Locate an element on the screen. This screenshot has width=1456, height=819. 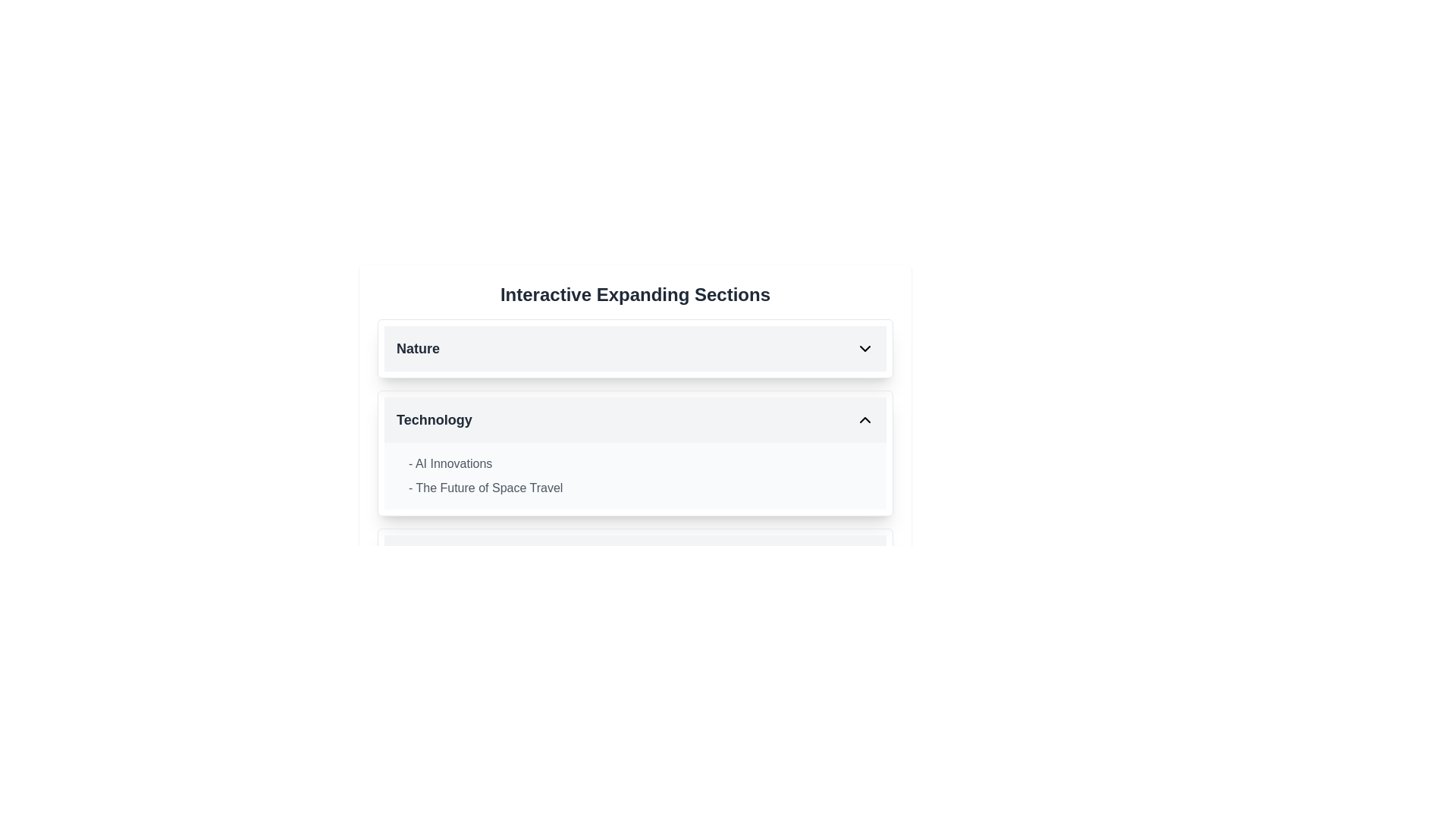
the Text Block that labels content related to 'AI Innovations' and 'The Future of Space Travel', located in the 'Technology' section, directly below its heading is located at coordinates (635, 475).